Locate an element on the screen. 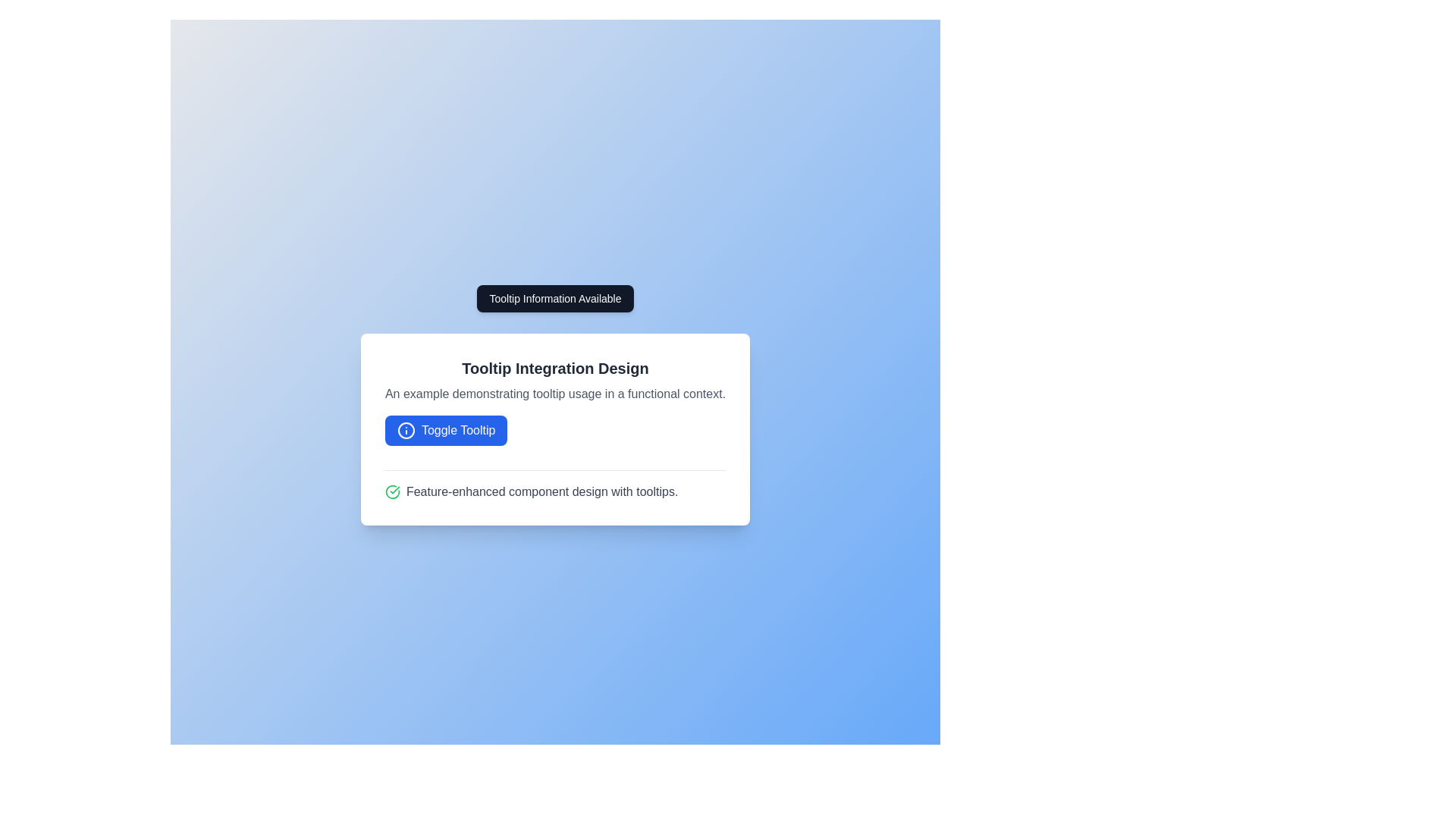  text displayed in the Tooltip that appears above the 'Toggle Tooltip' button when hovered over is located at coordinates (554, 298).